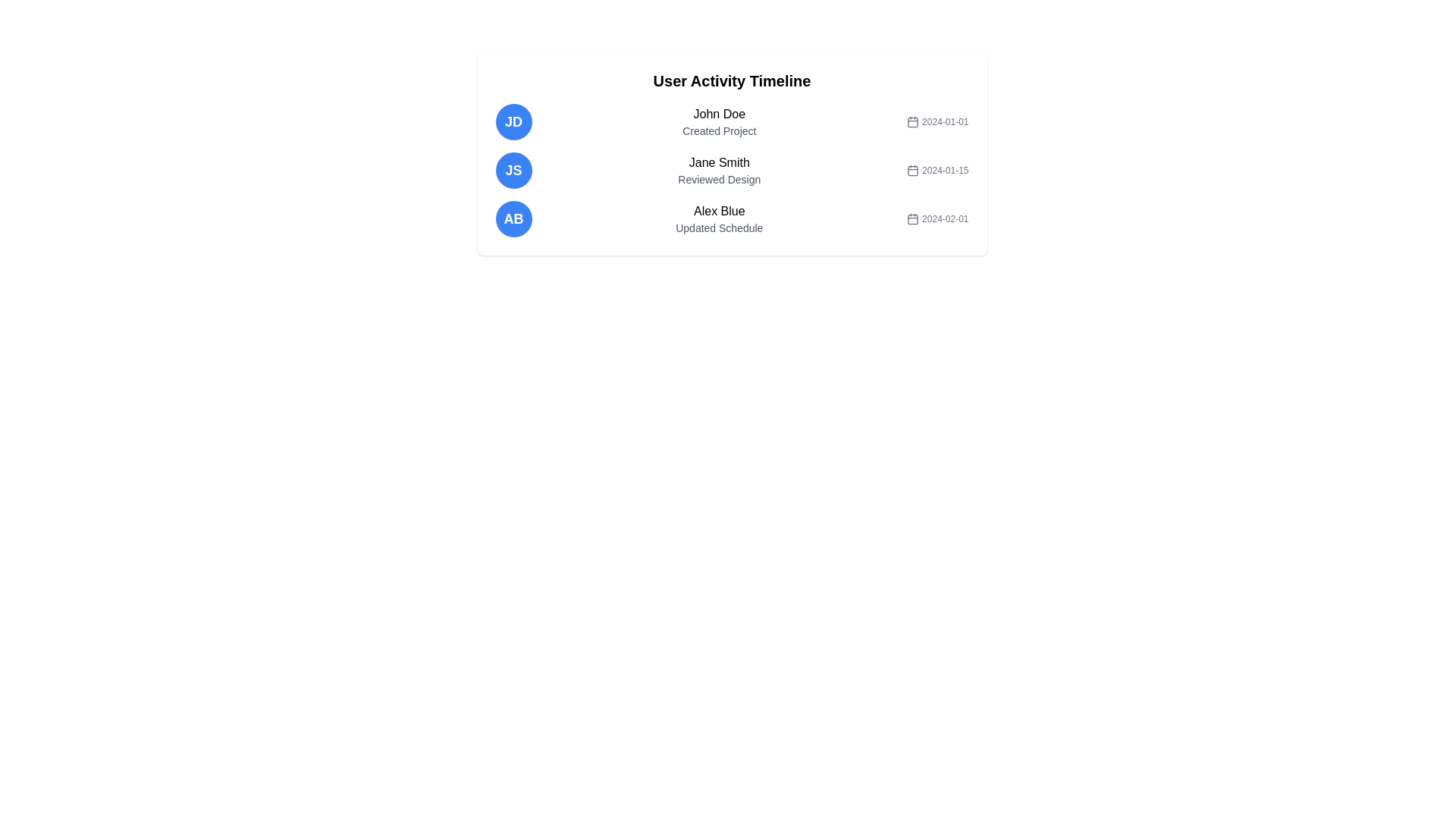 This screenshot has width=1456, height=819. I want to click on details of the activity entry for 'Jane Smith' in the User Activity Timeline, which is the second list item in the sequence, so click(732, 170).